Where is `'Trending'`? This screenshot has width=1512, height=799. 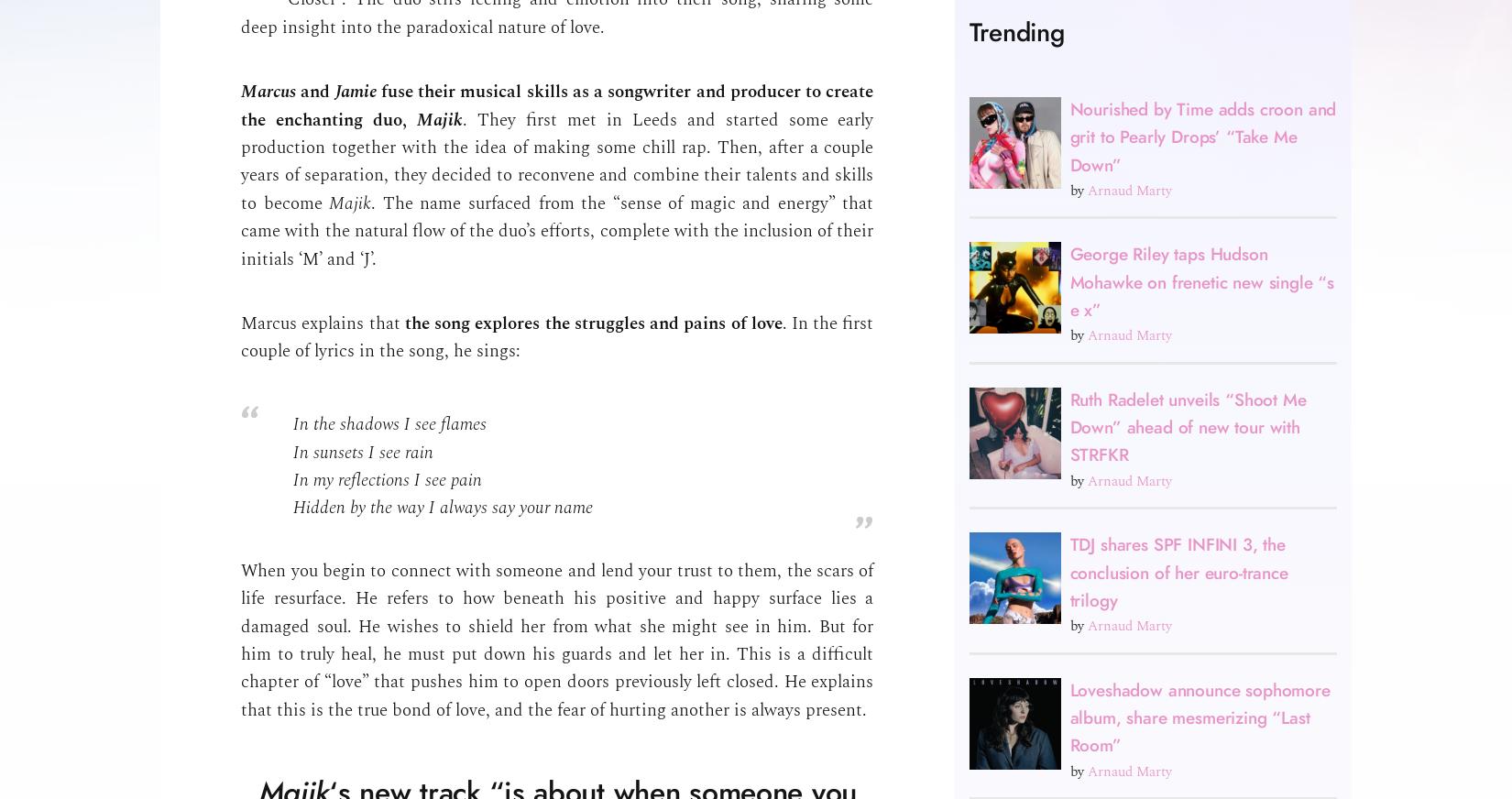
'Trending' is located at coordinates (1015, 30).